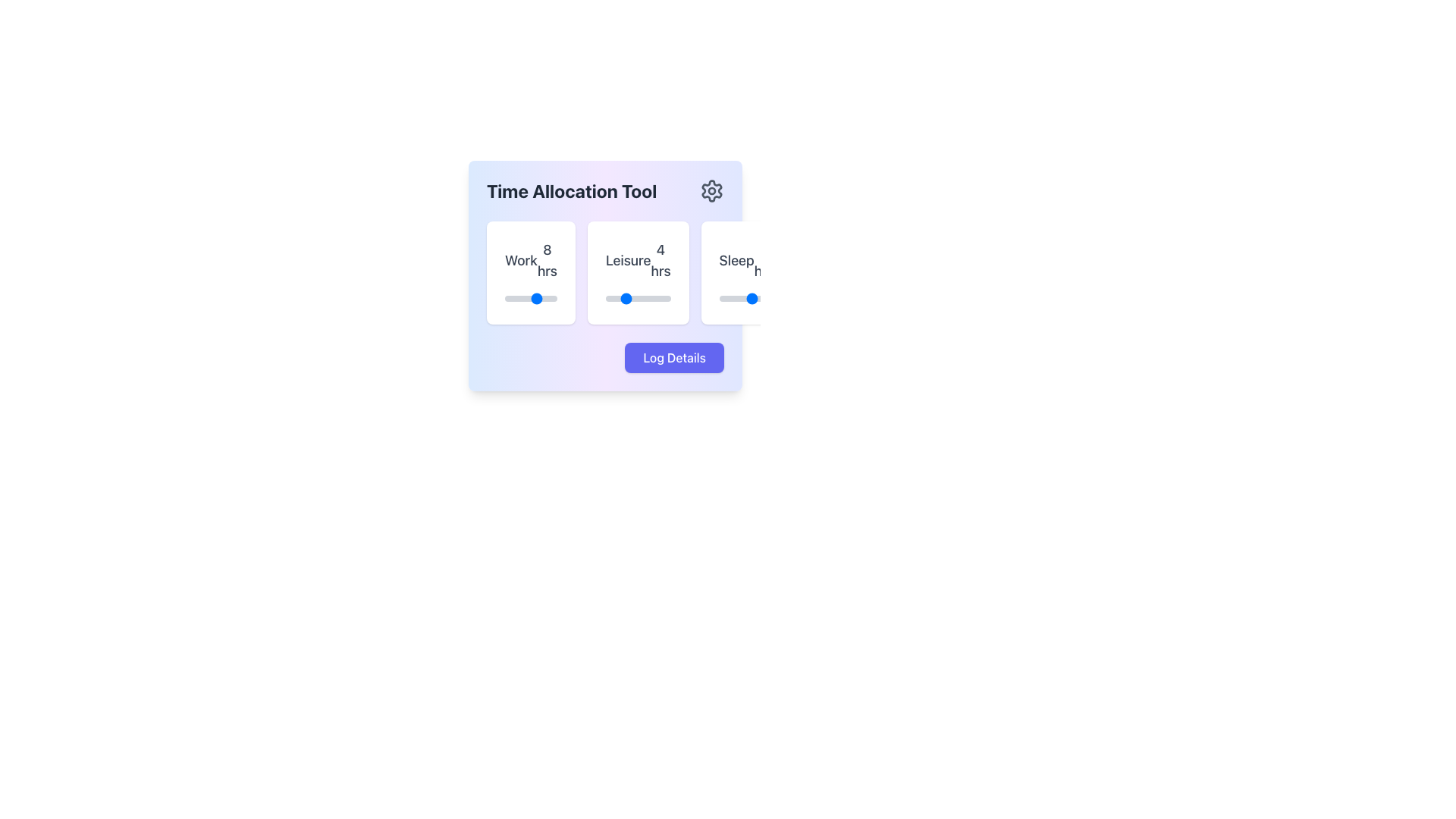 The image size is (1456, 819). I want to click on the settings icon represented by a gear-like visual located in the top-right corner of the 'Time Allocation Tool' interface, so click(711, 190).